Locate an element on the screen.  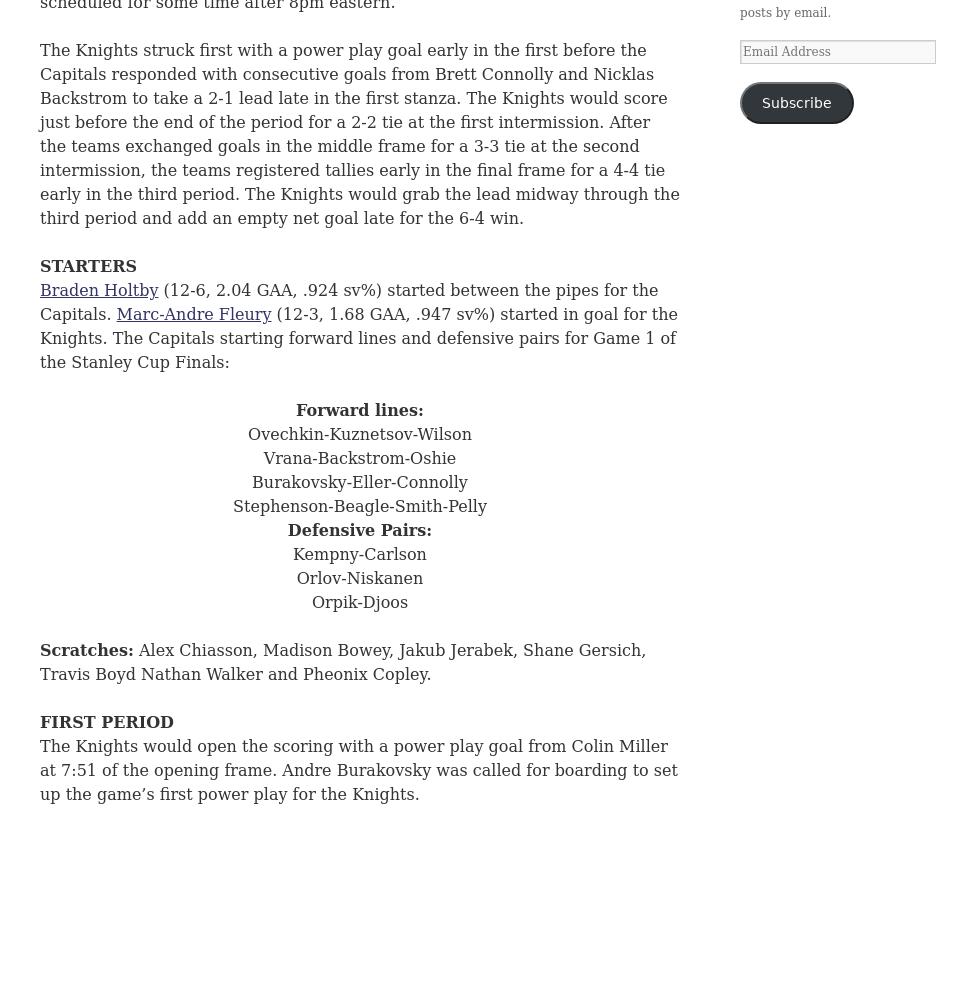
'The Knights struck first with a power play goal early in the first before the Capitals responded with consecutive goals from Brett Connolly and Nicklas Backstrom to take a 2-1 lead late in the first stanza. The Knights would score just before the end of the period for a 2-2 tie at the first intermission. After the teams exchanged goals in the middle frame for a 3-3 tie at the second intermission, the teams registered tallies early in the final frame for a 4-4 tie early in the third period. The Knights would grab the lead midway through the third period and add an empty net goal late for the 6-4 win.' is located at coordinates (359, 134).